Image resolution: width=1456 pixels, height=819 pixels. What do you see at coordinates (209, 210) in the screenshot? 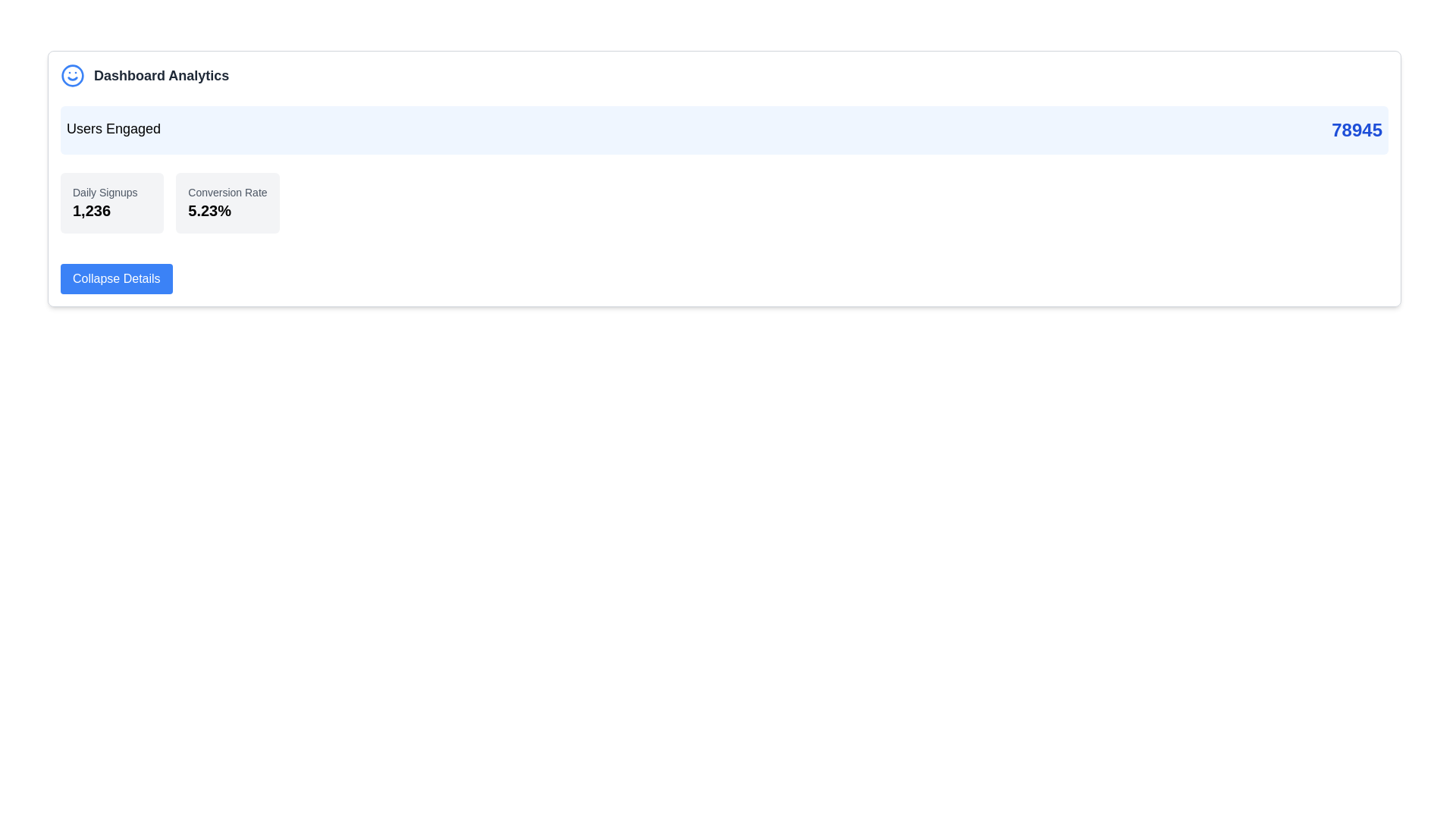
I see `the text display showing '5.23%' that is prominently located below the label 'Conversion Rate' within a light gray rounded box` at bounding box center [209, 210].